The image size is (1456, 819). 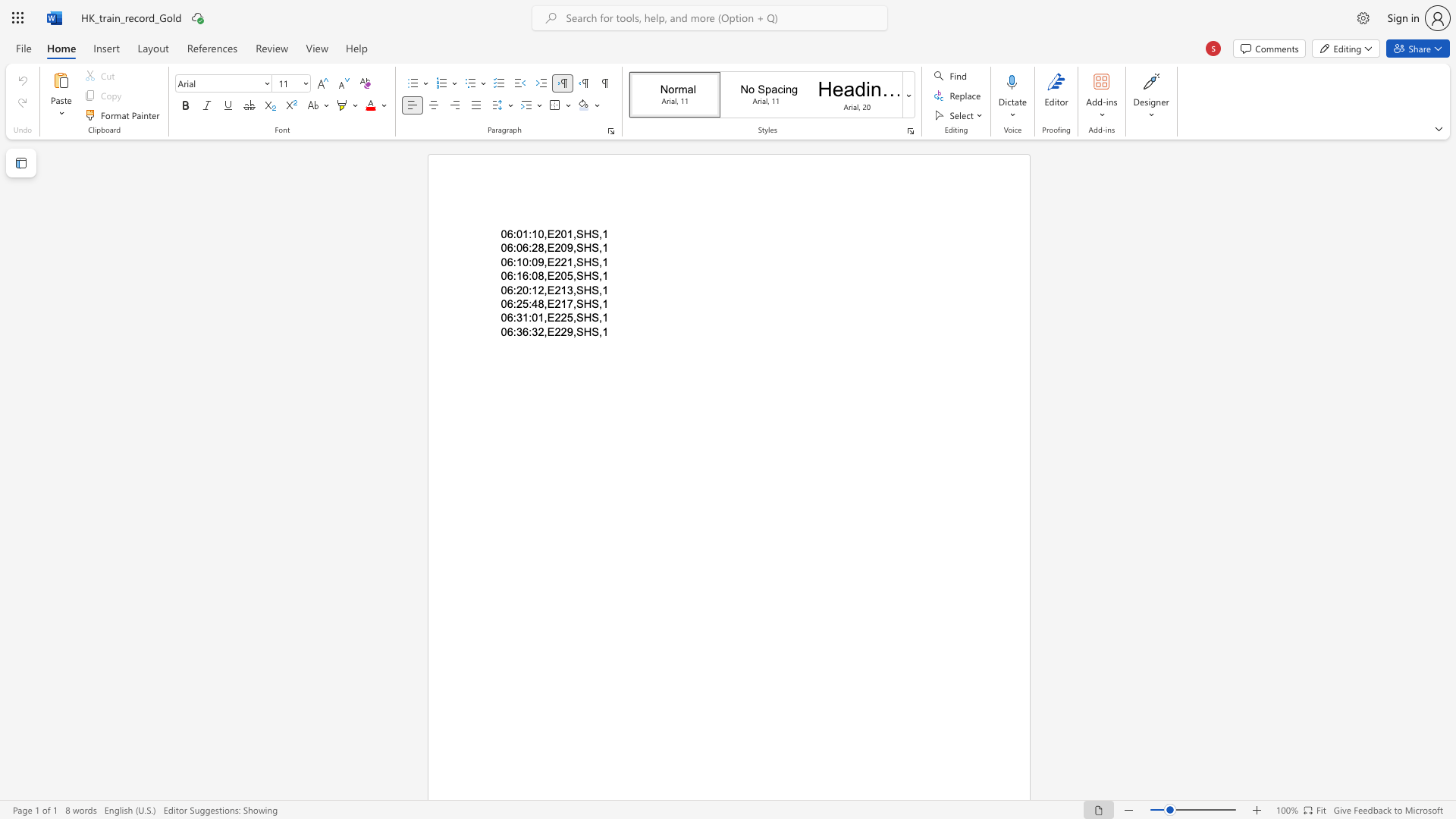 What do you see at coordinates (510, 234) in the screenshot?
I see `the 1th character "6" in the text` at bounding box center [510, 234].